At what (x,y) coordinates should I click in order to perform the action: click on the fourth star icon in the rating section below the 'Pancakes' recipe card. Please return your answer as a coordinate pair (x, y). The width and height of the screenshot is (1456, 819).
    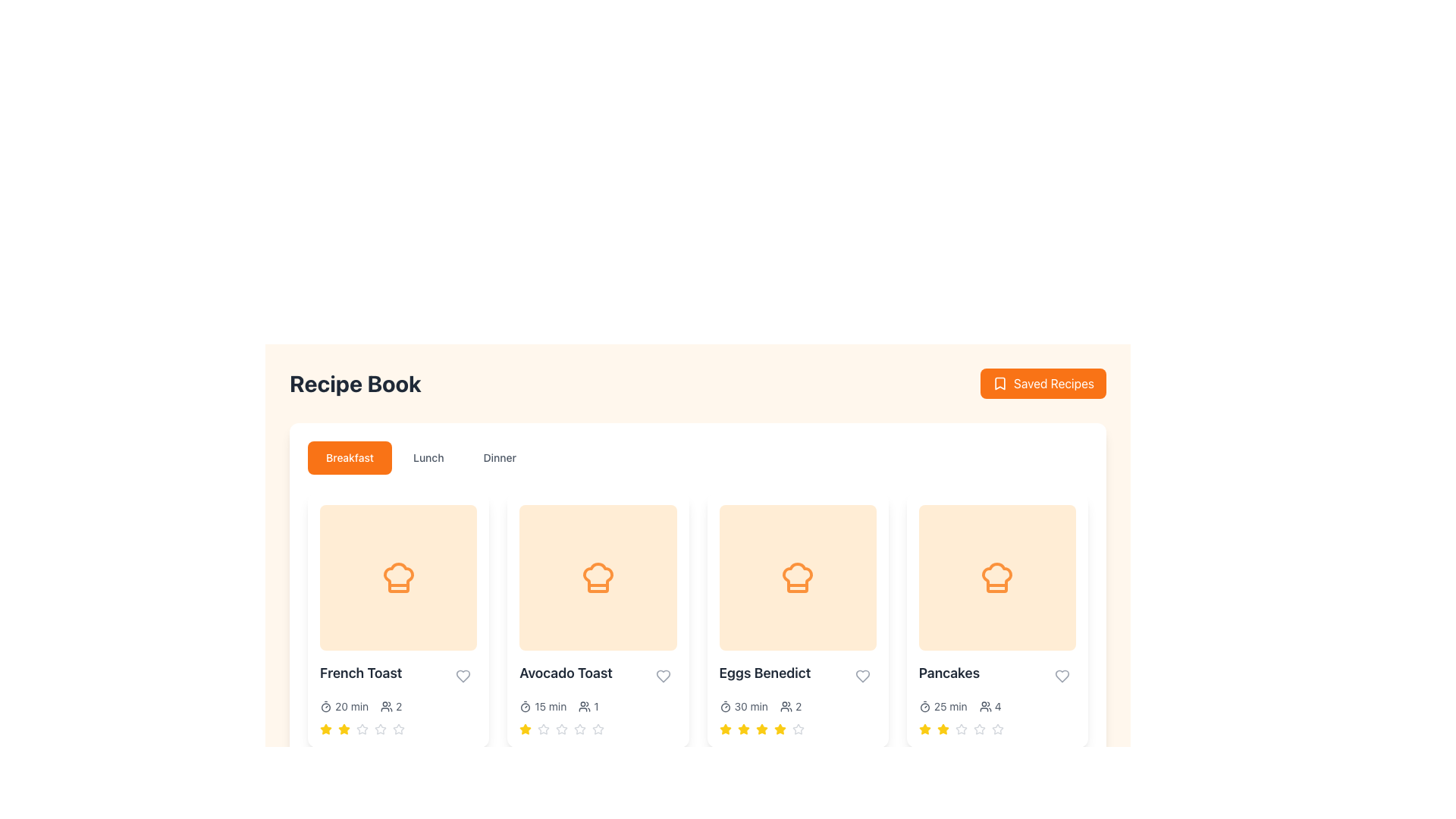
    Looking at the image, I should click on (979, 728).